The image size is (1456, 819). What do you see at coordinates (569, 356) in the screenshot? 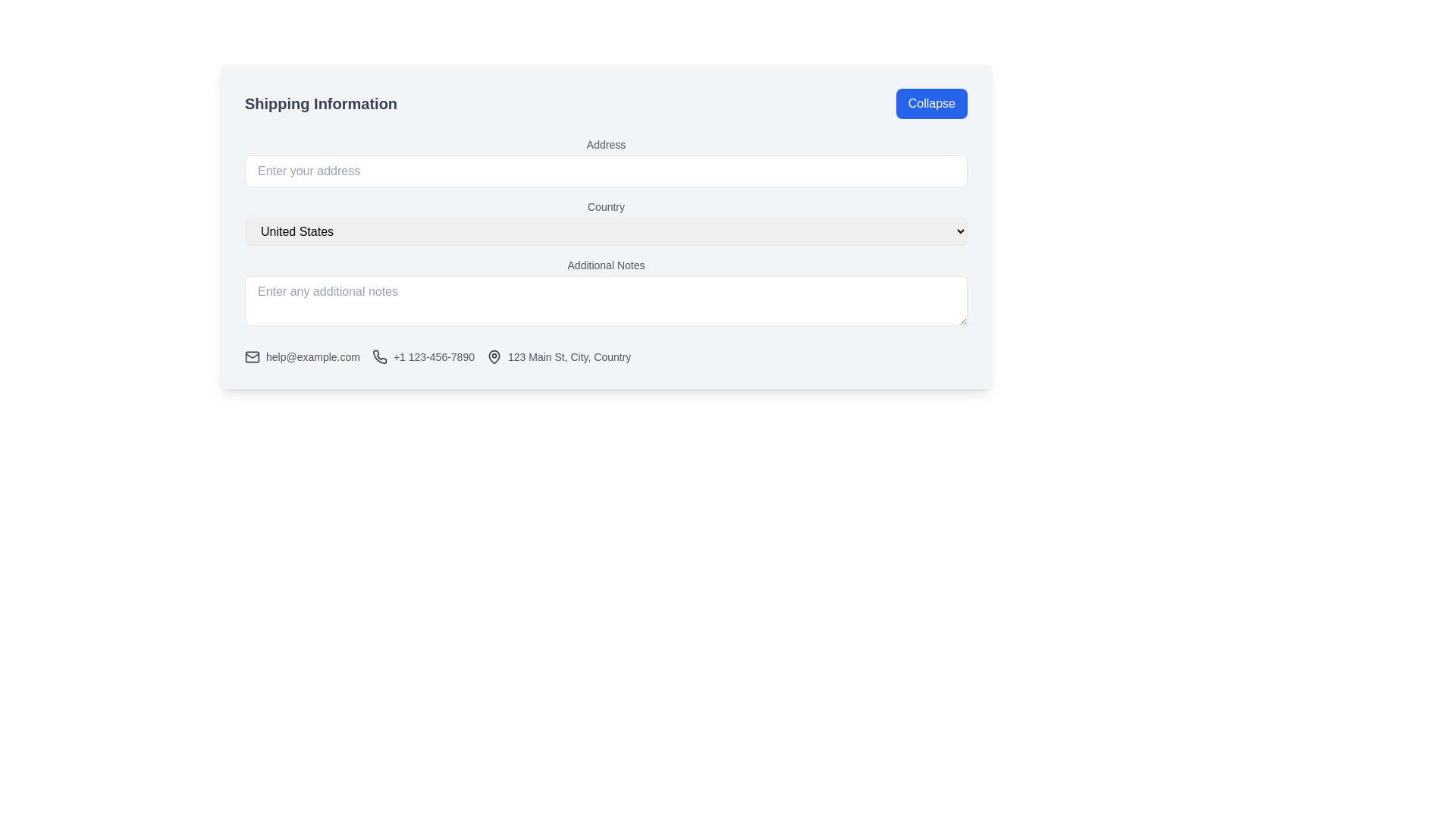
I see `the text label displaying '123 Main St, City, Country', which is styled with a small gray font and located on the bottom-right side of the layout` at bounding box center [569, 356].